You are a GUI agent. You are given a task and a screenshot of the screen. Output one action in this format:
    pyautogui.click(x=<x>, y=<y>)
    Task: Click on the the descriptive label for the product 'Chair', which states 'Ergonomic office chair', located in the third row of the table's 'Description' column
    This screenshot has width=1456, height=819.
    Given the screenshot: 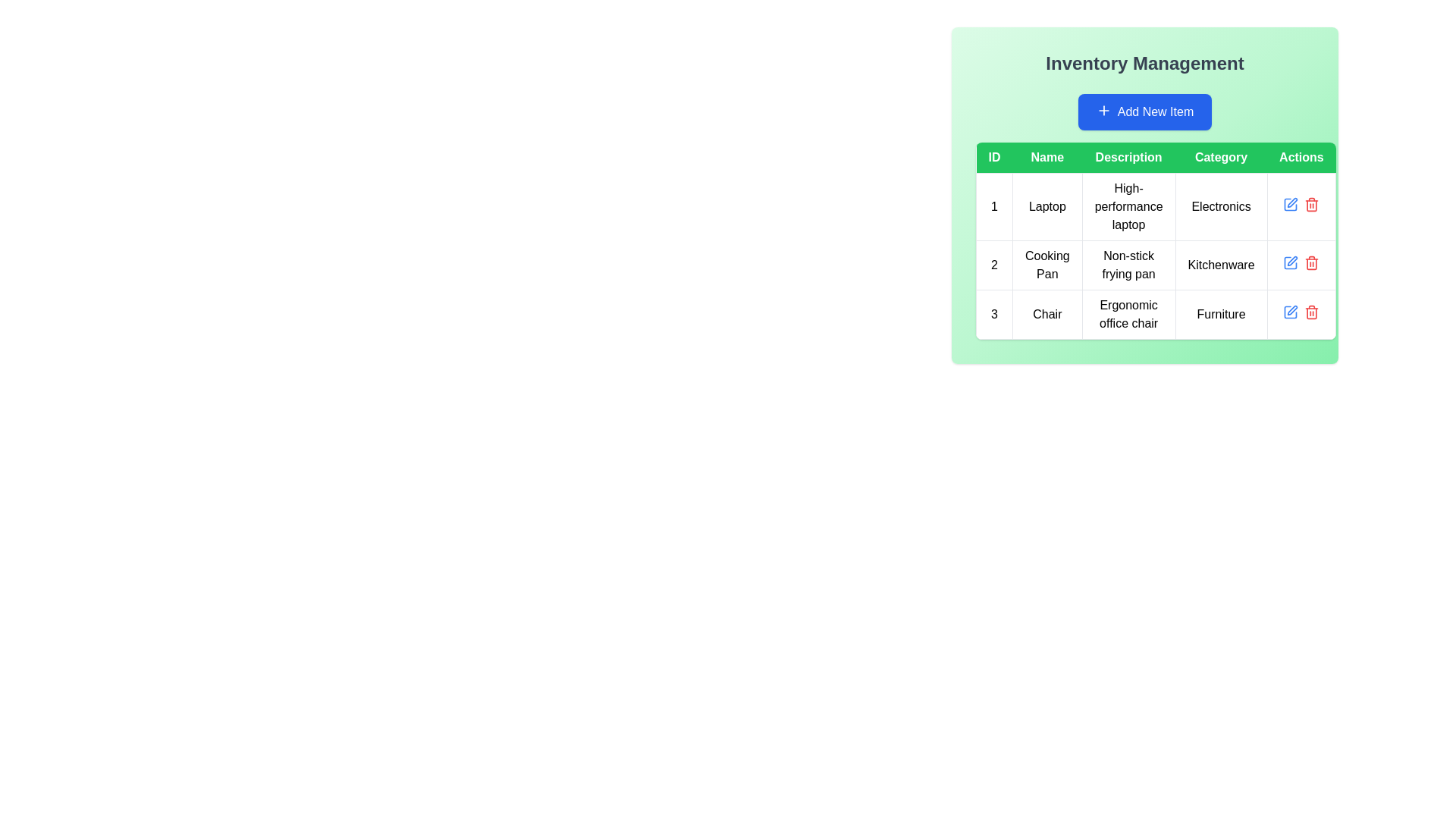 What is the action you would take?
    pyautogui.click(x=1128, y=314)
    